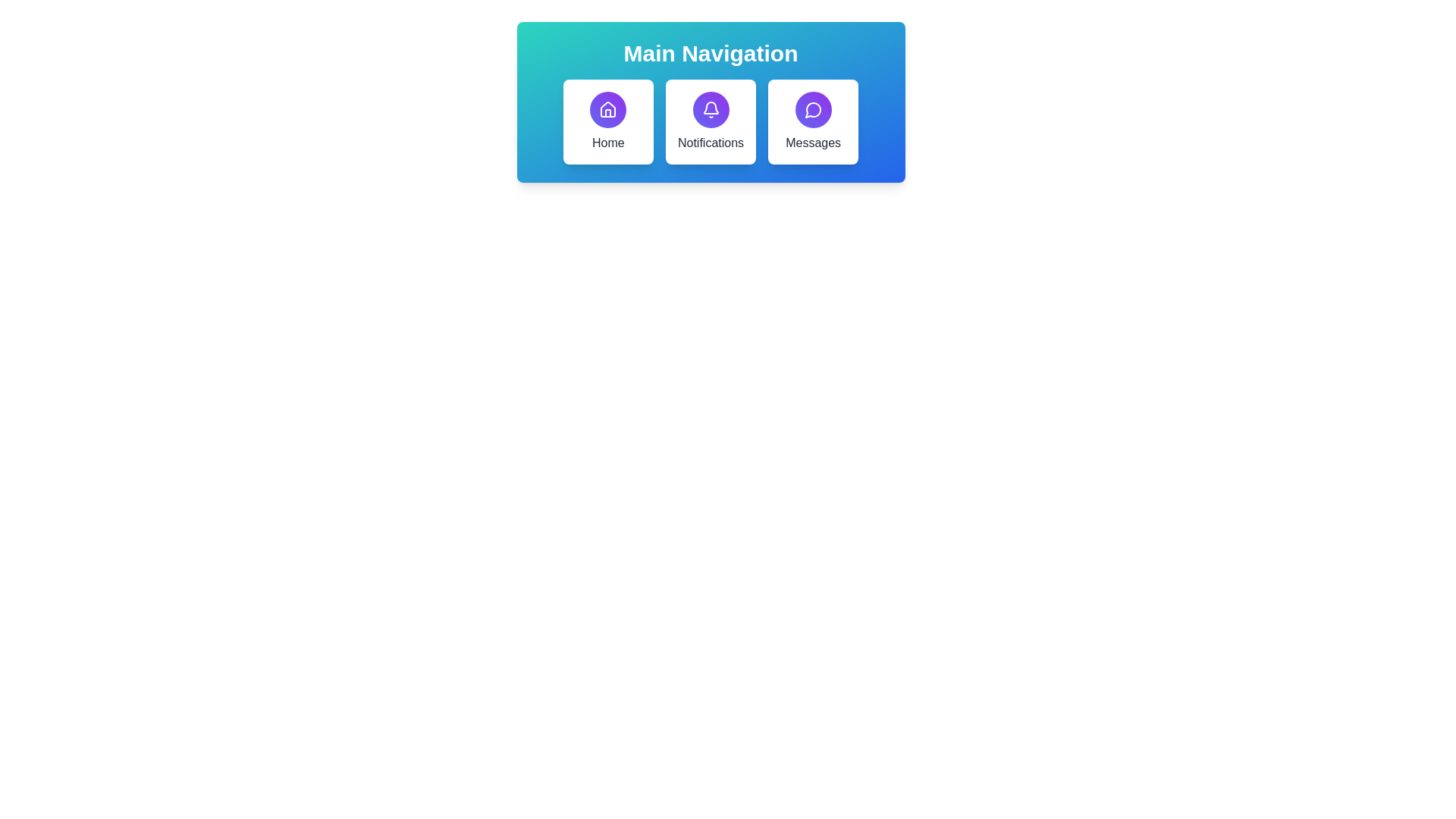 Image resolution: width=1456 pixels, height=819 pixels. Describe the element at coordinates (812, 121) in the screenshot. I see `the 'Messages' navigation button located as the third item in the horizontal grid layout` at that location.